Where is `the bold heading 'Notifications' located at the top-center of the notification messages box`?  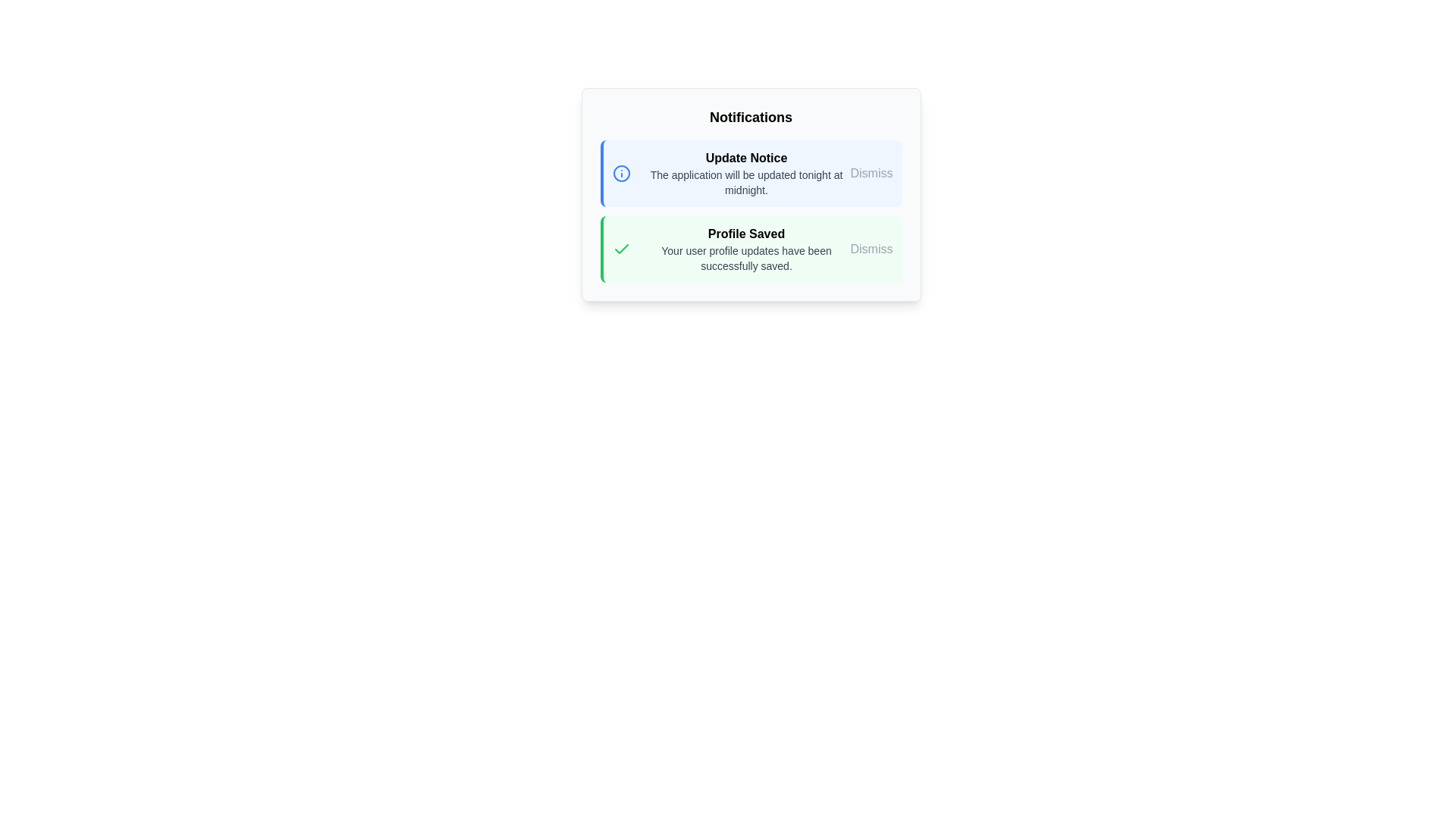 the bold heading 'Notifications' located at the top-center of the notification messages box is located at coordinates (751, 116).